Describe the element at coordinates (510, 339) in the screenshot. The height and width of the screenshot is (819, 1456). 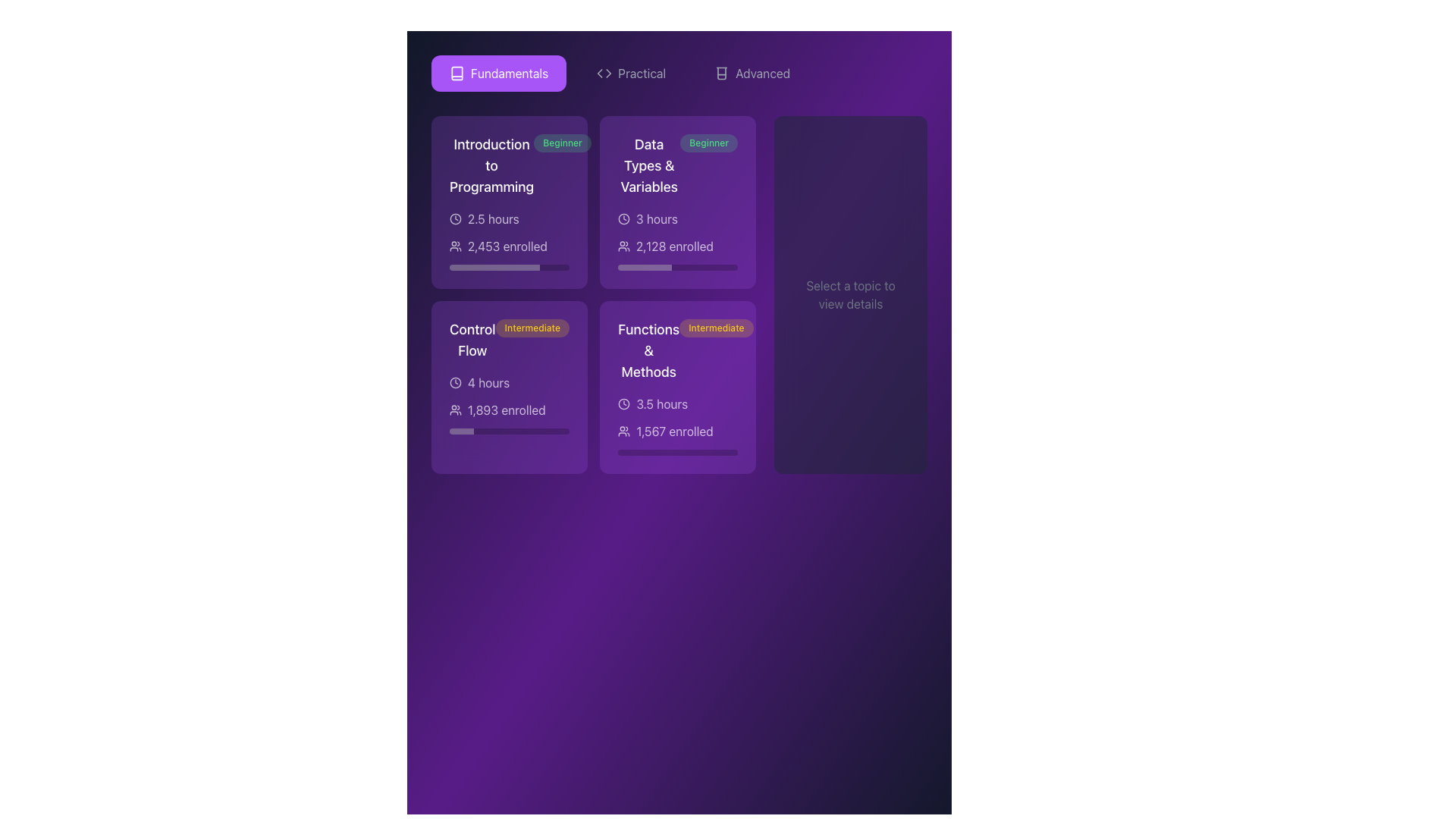
I see `information contained in the composite text label titled 'Control Flow' with the classification label 'Intermediate', which is visually distinct and located in the course card layout` at that location.